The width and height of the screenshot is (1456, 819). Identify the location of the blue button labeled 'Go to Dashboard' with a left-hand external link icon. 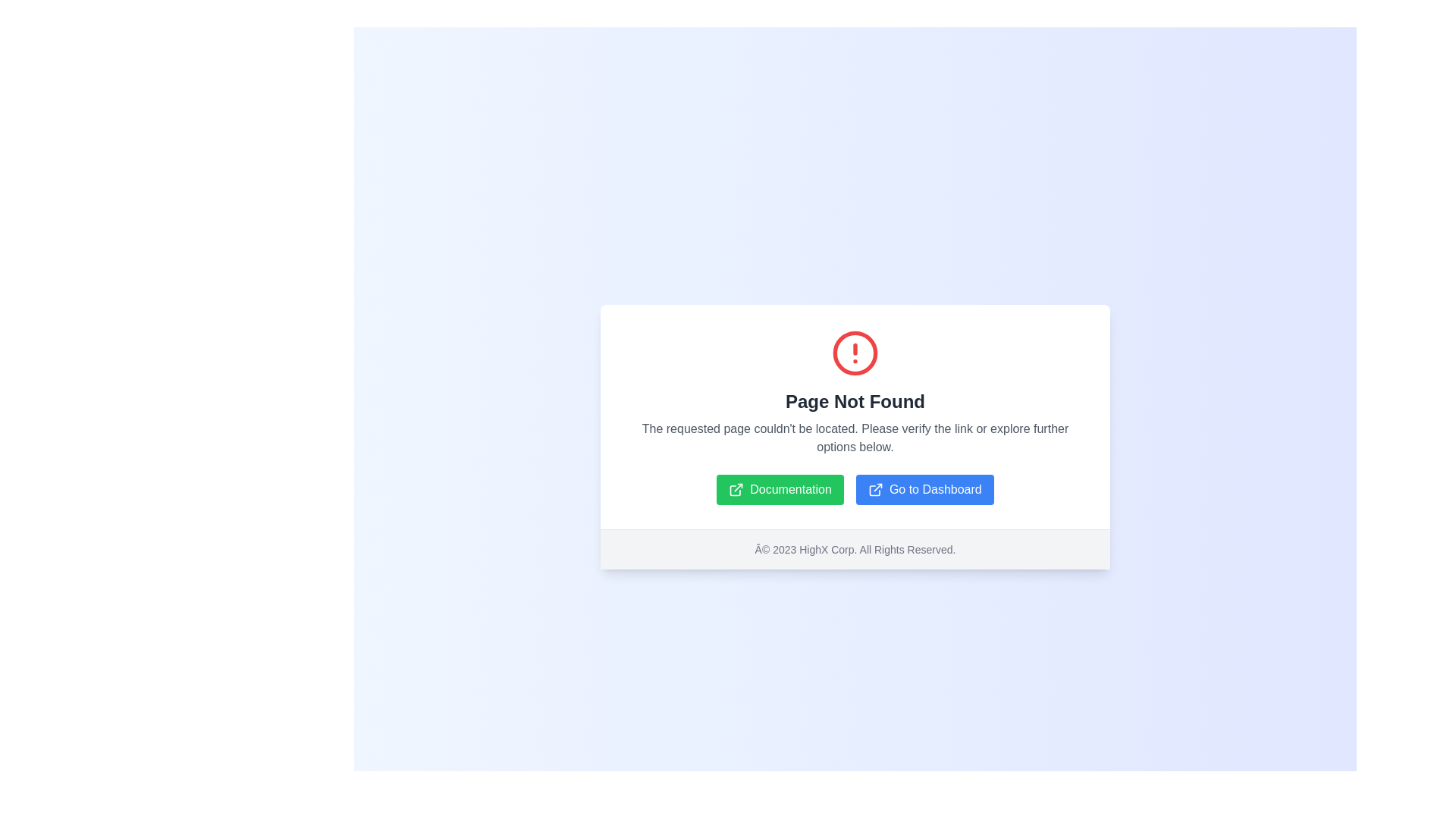
(924, 489).